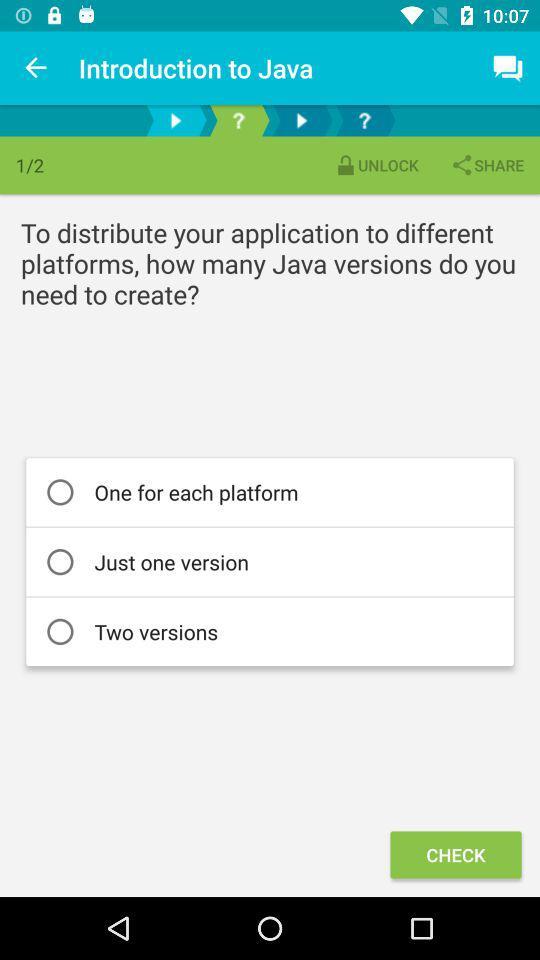  I want to click on the icon next to the introduction to java, so click(36, 68).